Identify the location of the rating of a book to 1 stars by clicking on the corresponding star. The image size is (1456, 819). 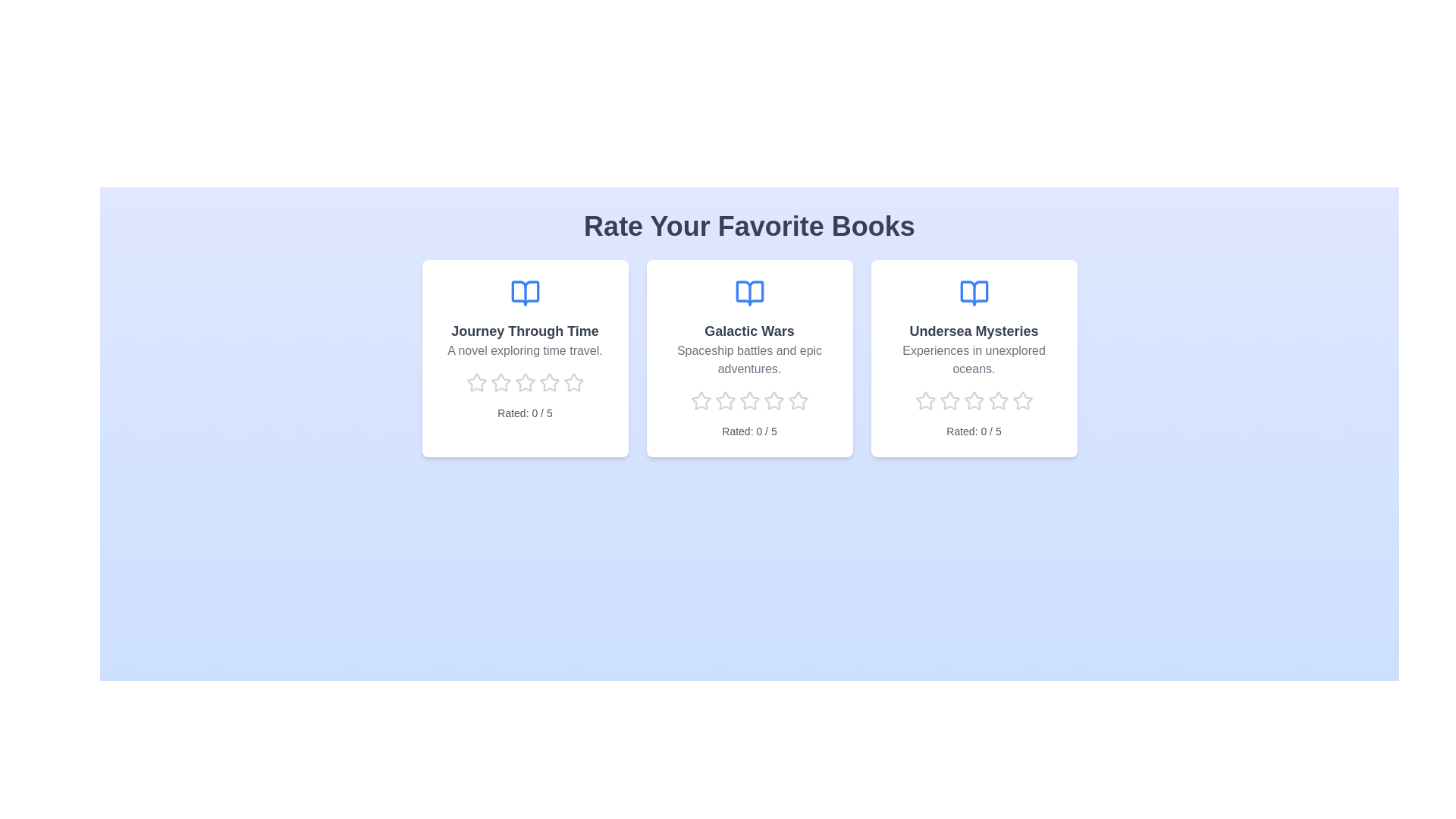
(475, 382).